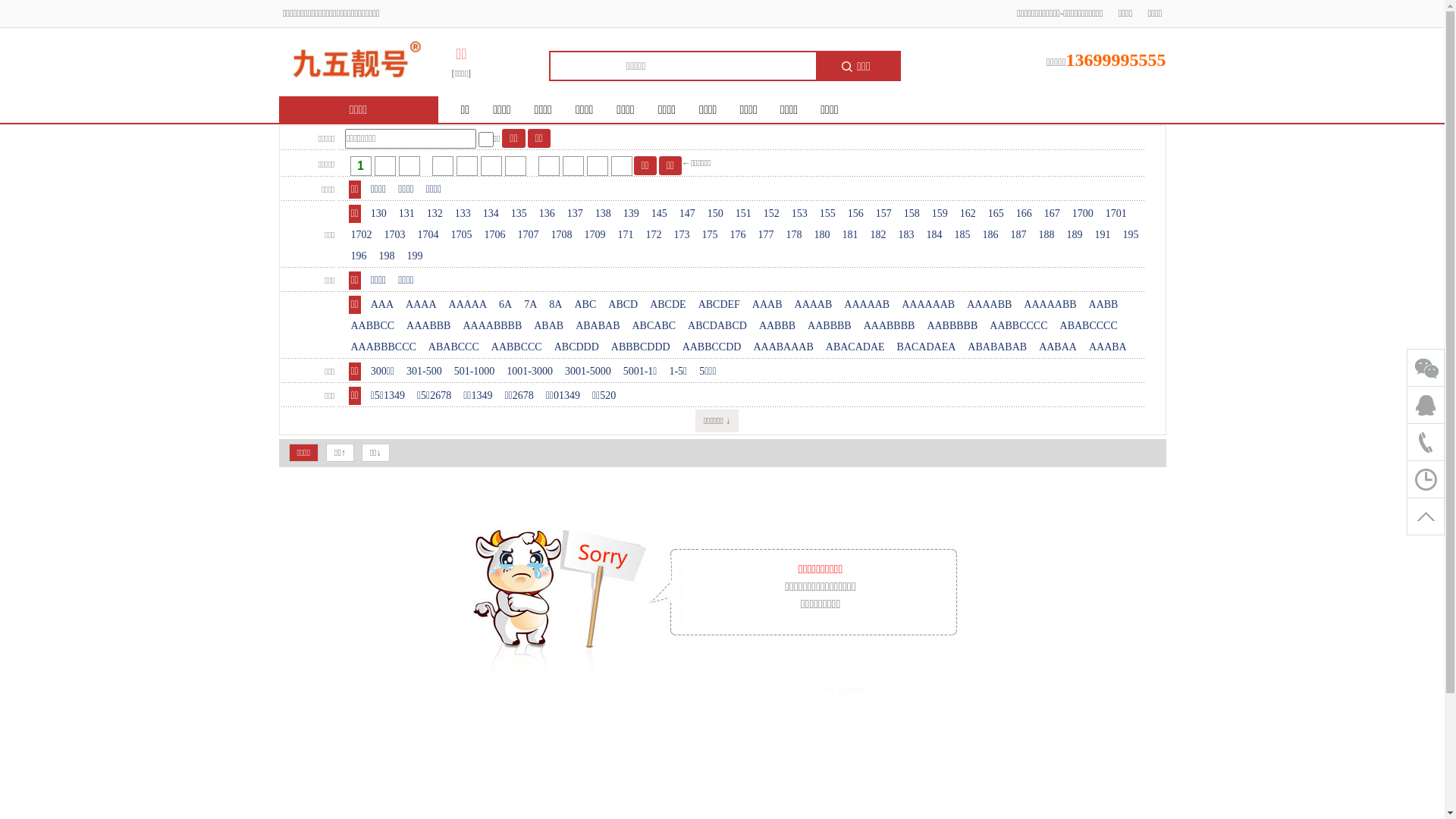  Describe the element at coordinates (395, 234) in the screenshot. I see `'1703'` at that location.